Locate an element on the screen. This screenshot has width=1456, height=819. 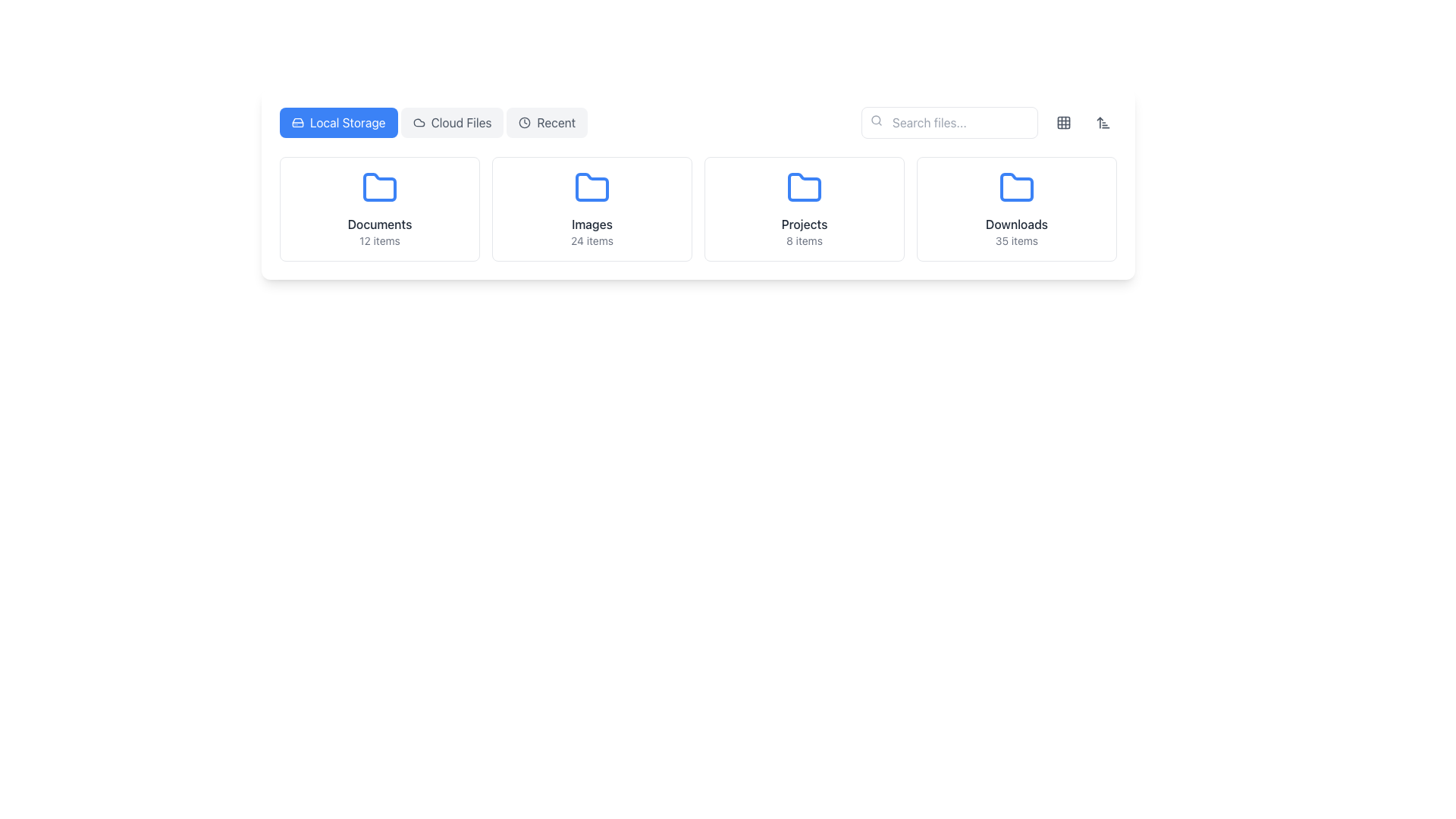
the Text label that displays the name and number of items in a folder, located at the bottom portion of a card in the first column, directly below a folder icon is located at coordinates (379, 231).